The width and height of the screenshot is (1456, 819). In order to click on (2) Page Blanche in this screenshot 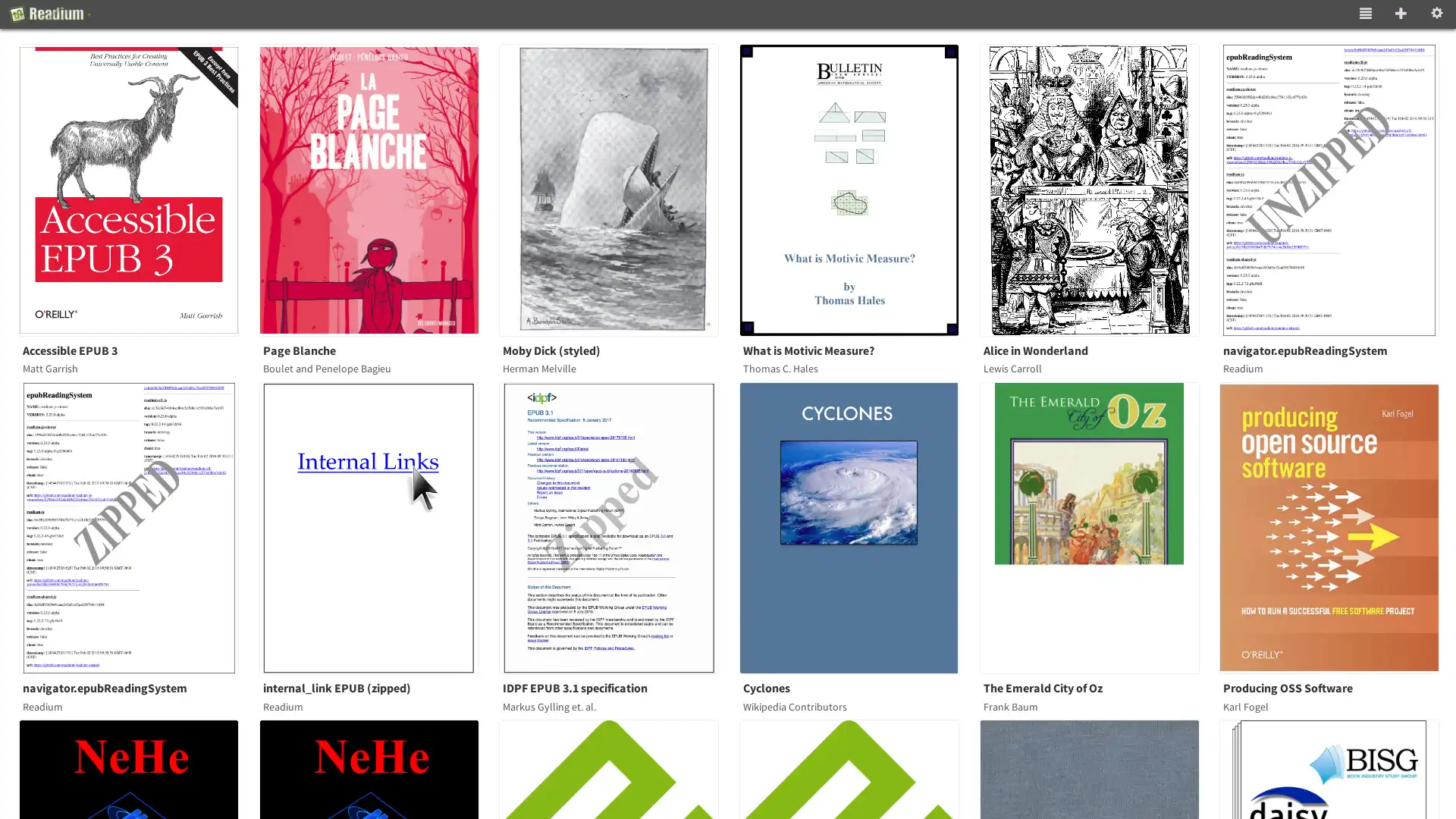, I will do `click(378, 189)`.